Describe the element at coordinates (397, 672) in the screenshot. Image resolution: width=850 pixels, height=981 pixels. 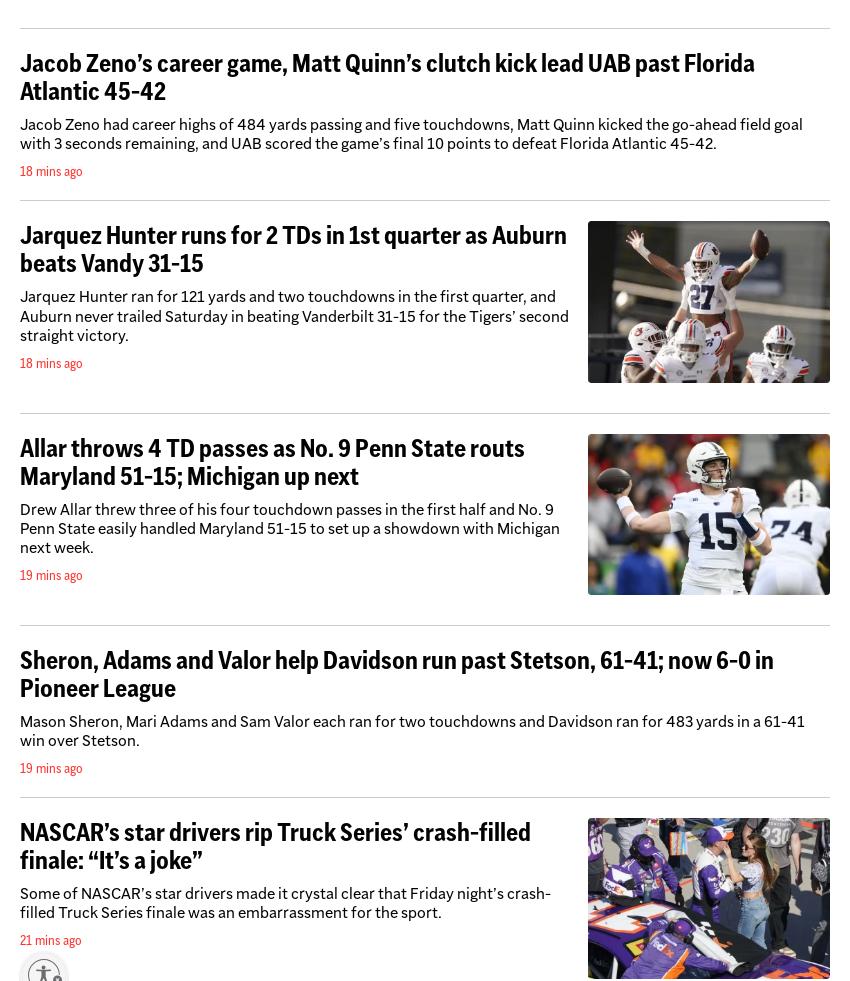
I see `'Sheron, Adams and Valor help Davidson run past Stetson, 61-41; now 6-0 in Pioneer League'` at that location.